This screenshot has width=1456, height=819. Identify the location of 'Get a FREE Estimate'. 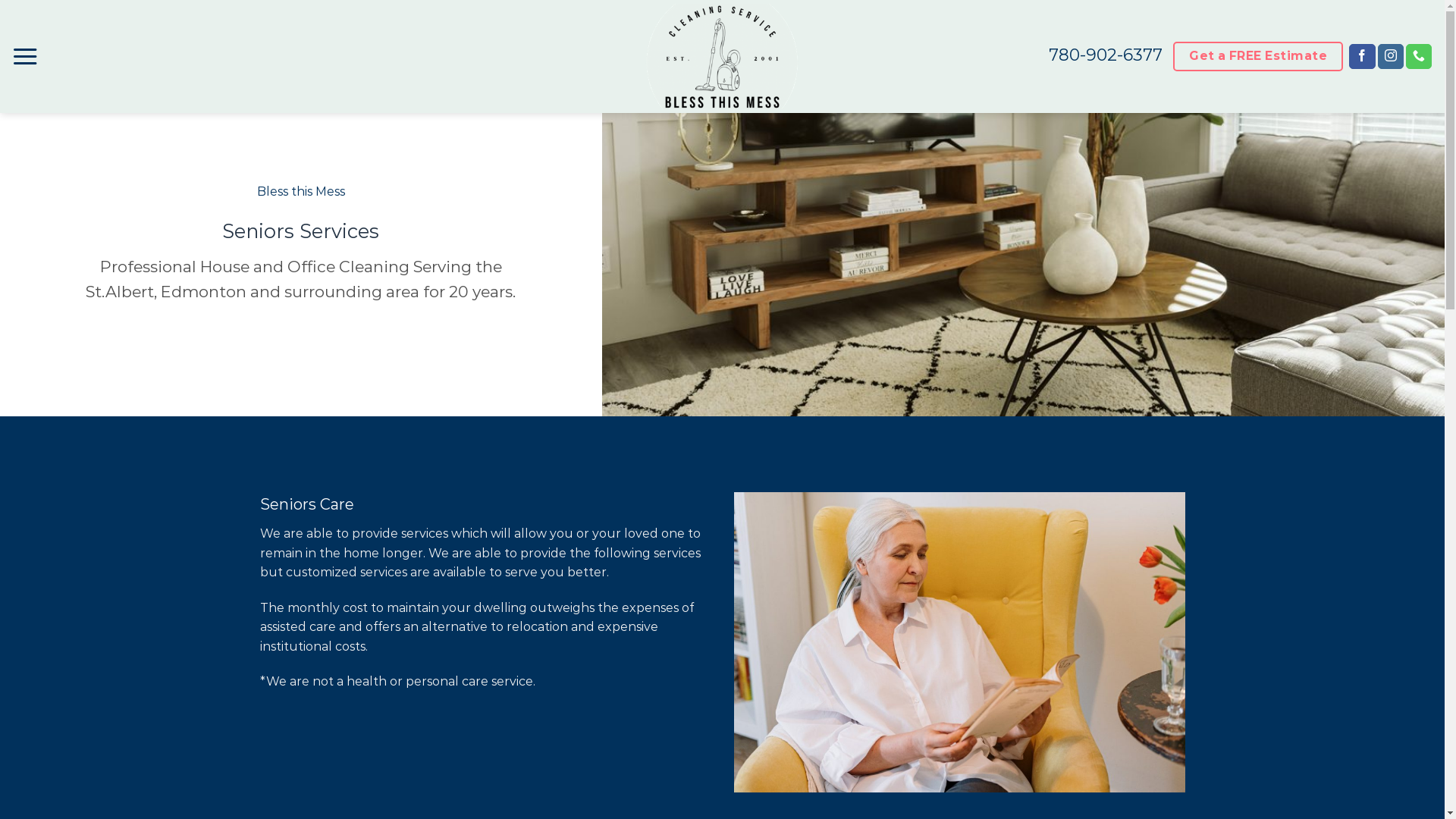
(1257, 55).